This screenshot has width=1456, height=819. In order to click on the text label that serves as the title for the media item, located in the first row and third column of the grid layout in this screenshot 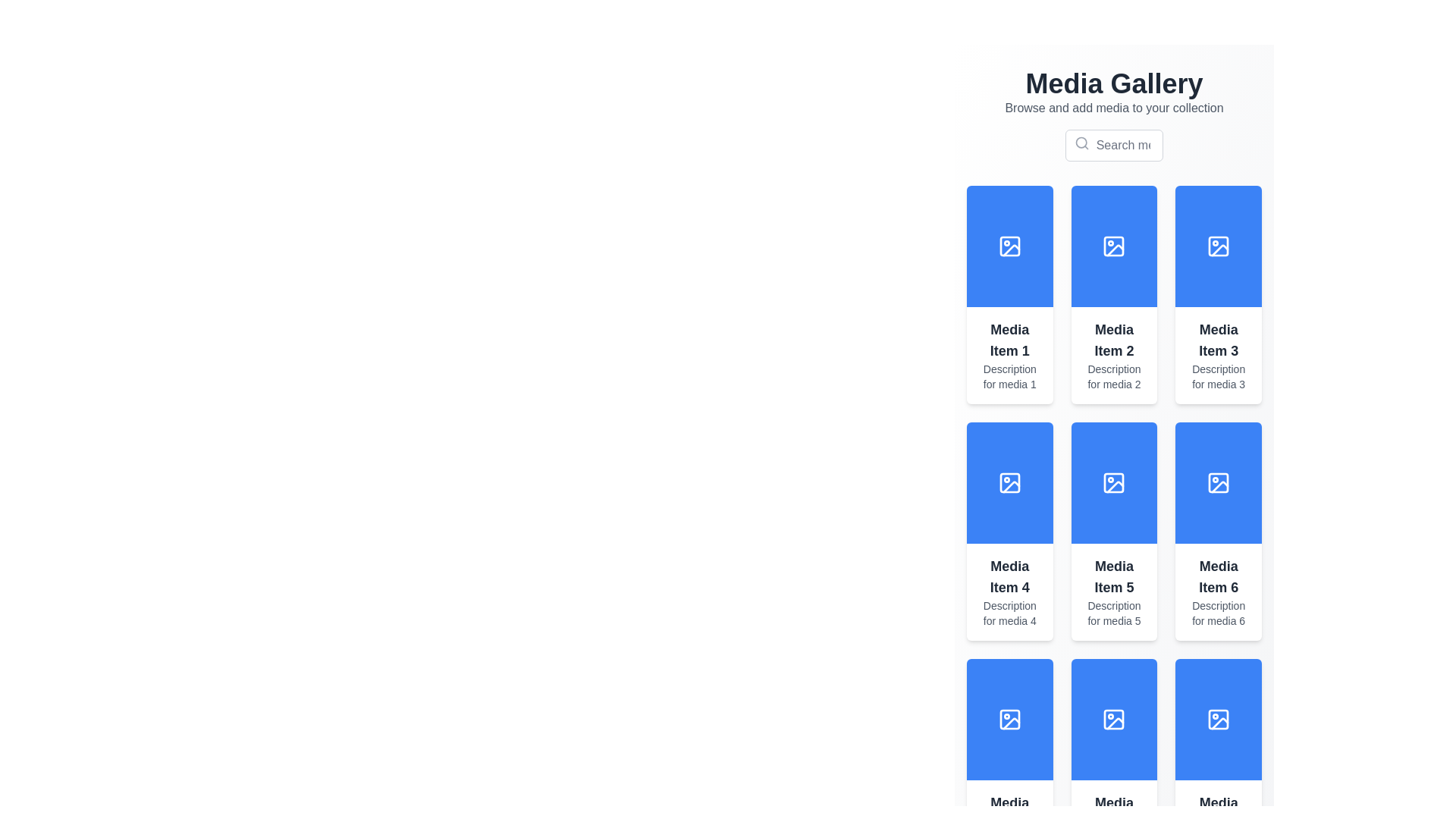, I will do `click(1219, 339)`.